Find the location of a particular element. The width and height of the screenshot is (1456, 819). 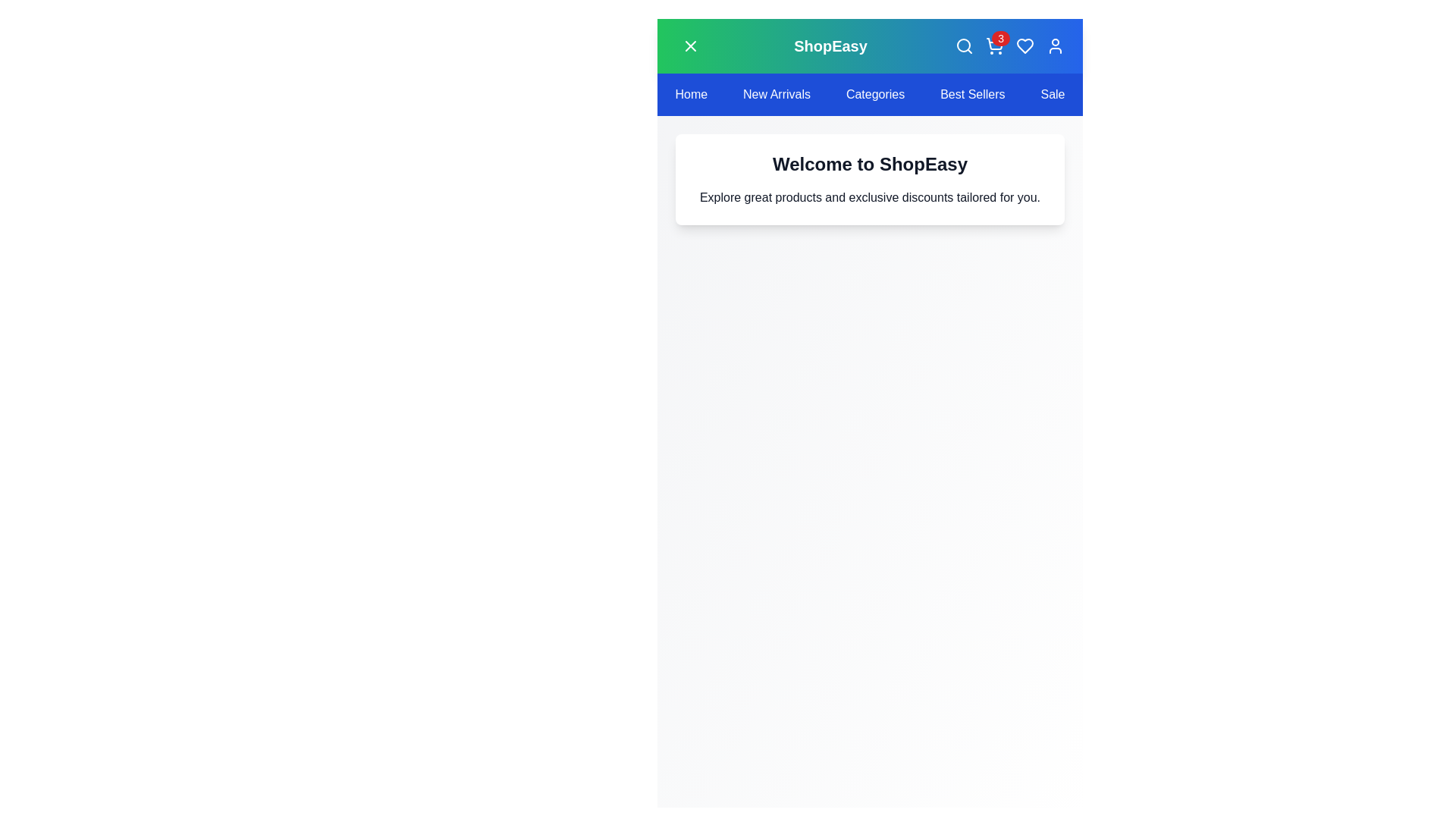

the user icon to access user account options is located at coordinates (1054, 45).